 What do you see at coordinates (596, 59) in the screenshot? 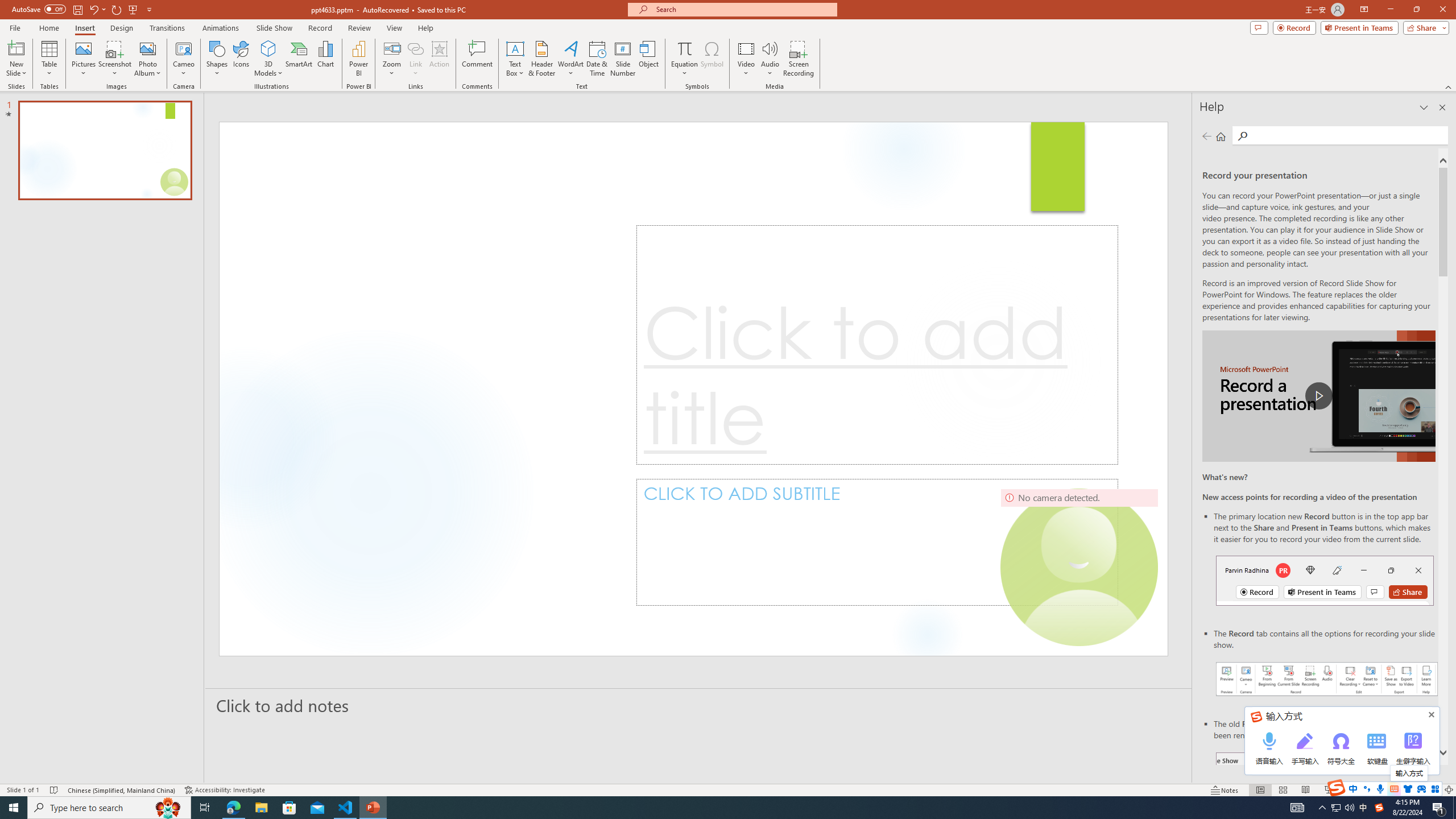
I see `'Date & Time...'` at bounding box center [596, 59].